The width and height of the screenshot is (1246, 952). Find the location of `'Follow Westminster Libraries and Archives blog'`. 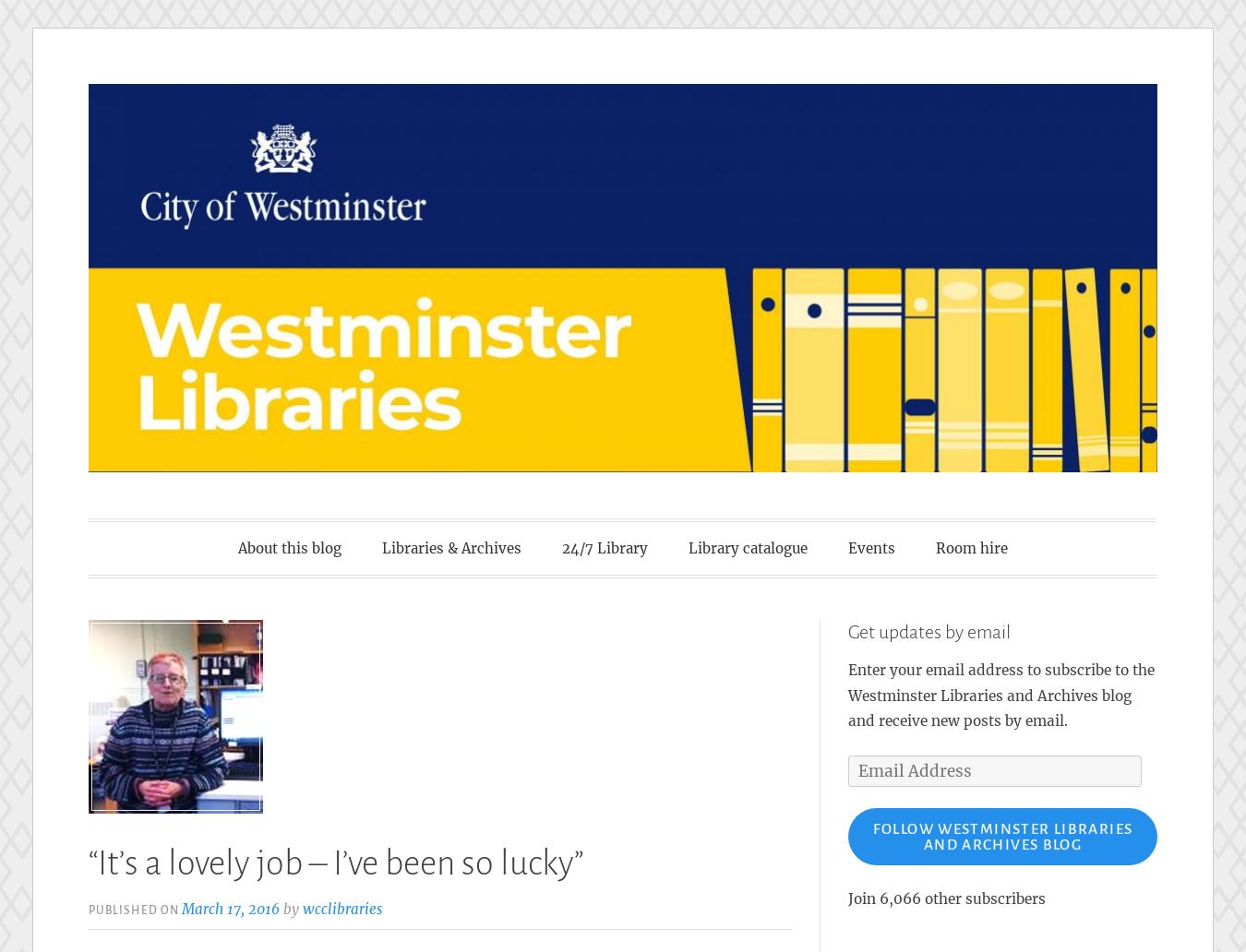

'Follow Westminster Libraries and Archives blog' is located at coordinates (1001, 835).